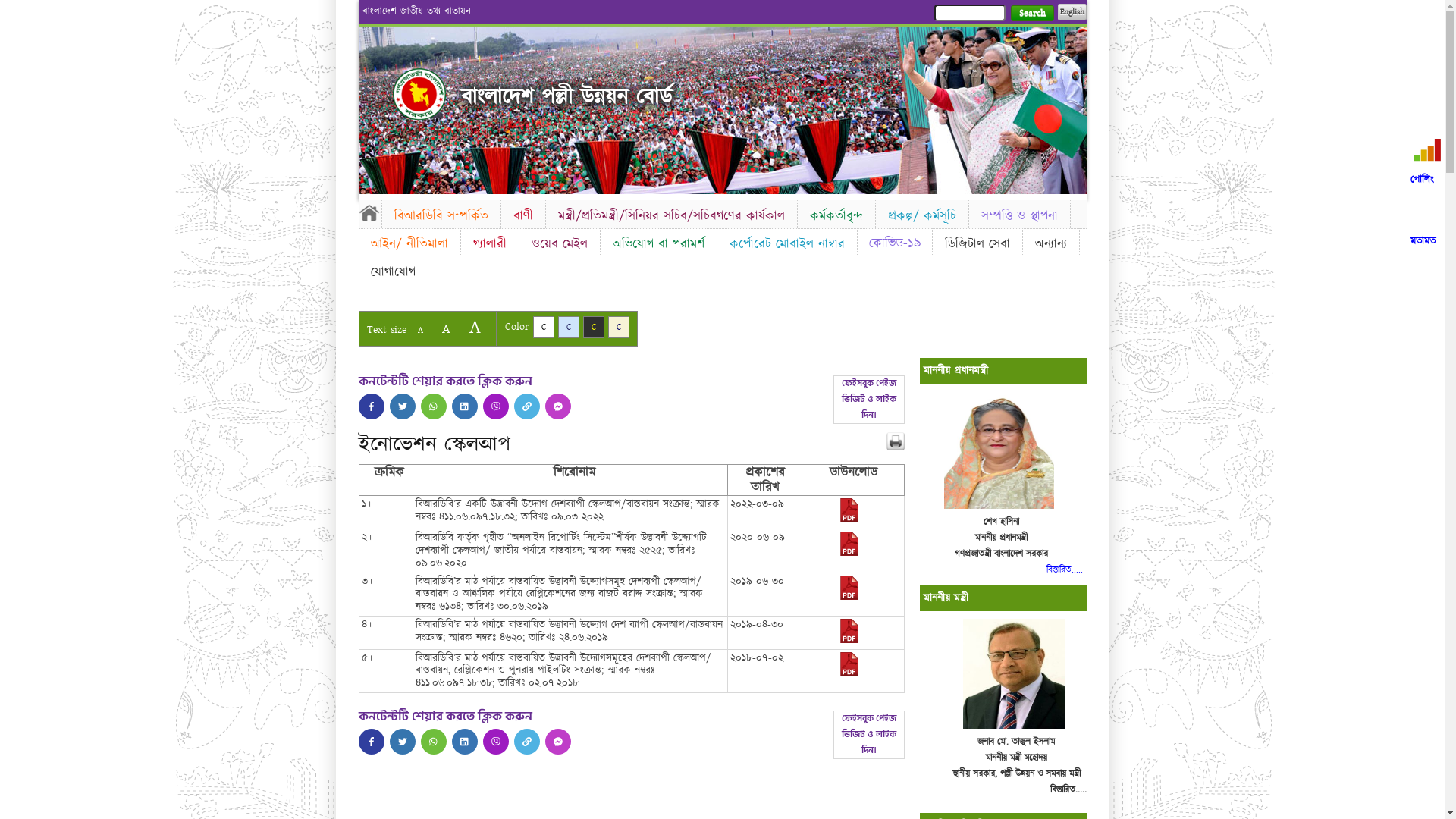 The width and height of the screenshot is (1456, 819). Describe the element at coordinates (1070, 11) in the screenshot. I see `'English'` at that location.